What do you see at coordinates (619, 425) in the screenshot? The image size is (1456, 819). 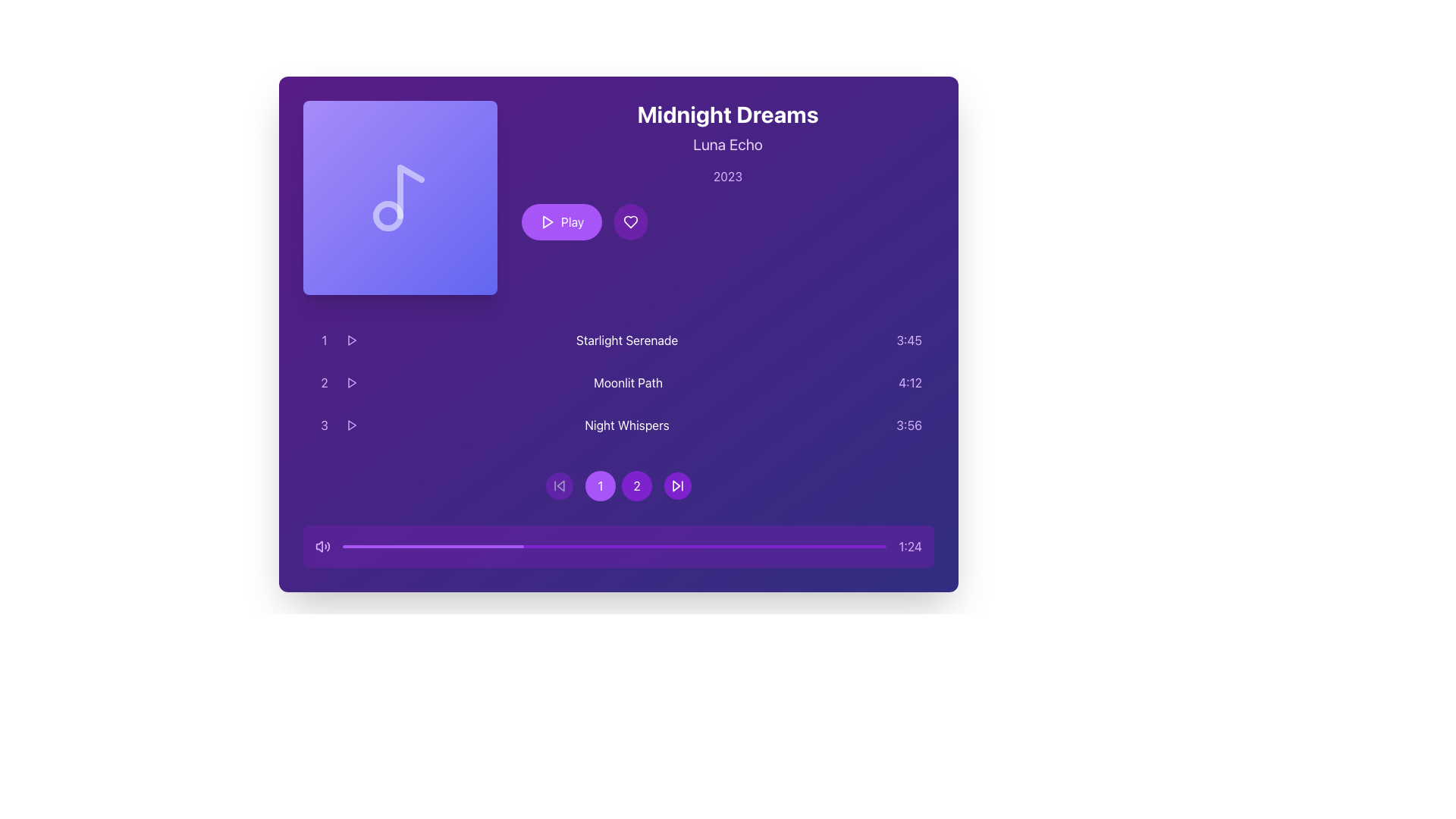 I see `the playlist item displaying track number '3' with the title 'Night Whispers'` at bounding box center [619, 425].